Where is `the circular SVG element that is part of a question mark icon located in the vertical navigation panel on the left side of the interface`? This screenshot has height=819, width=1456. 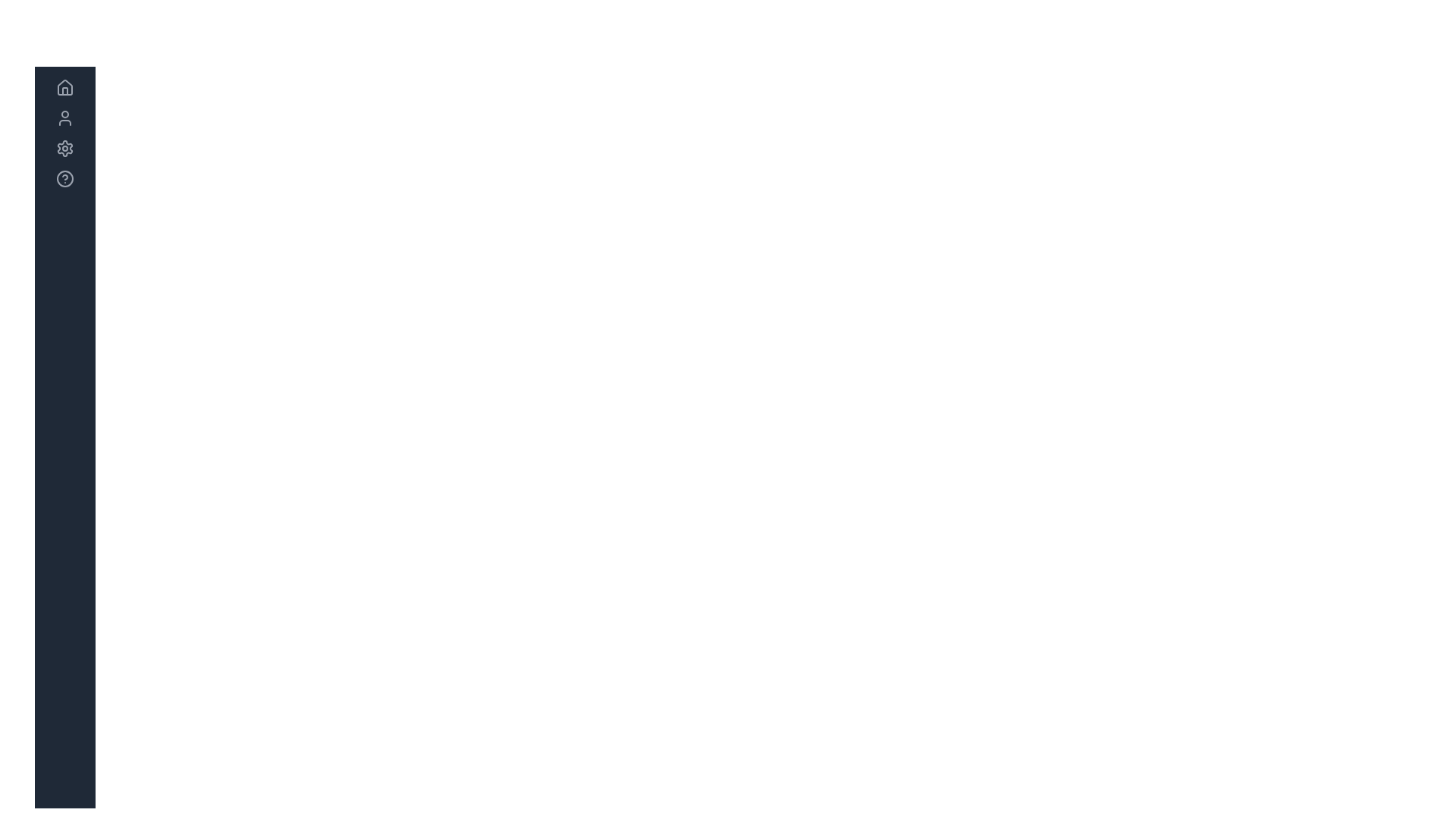 the circular SVG element that is part of a question mark icon located in the vertical navigation panel on the left side of the interface is located at coordinates (64, 177).